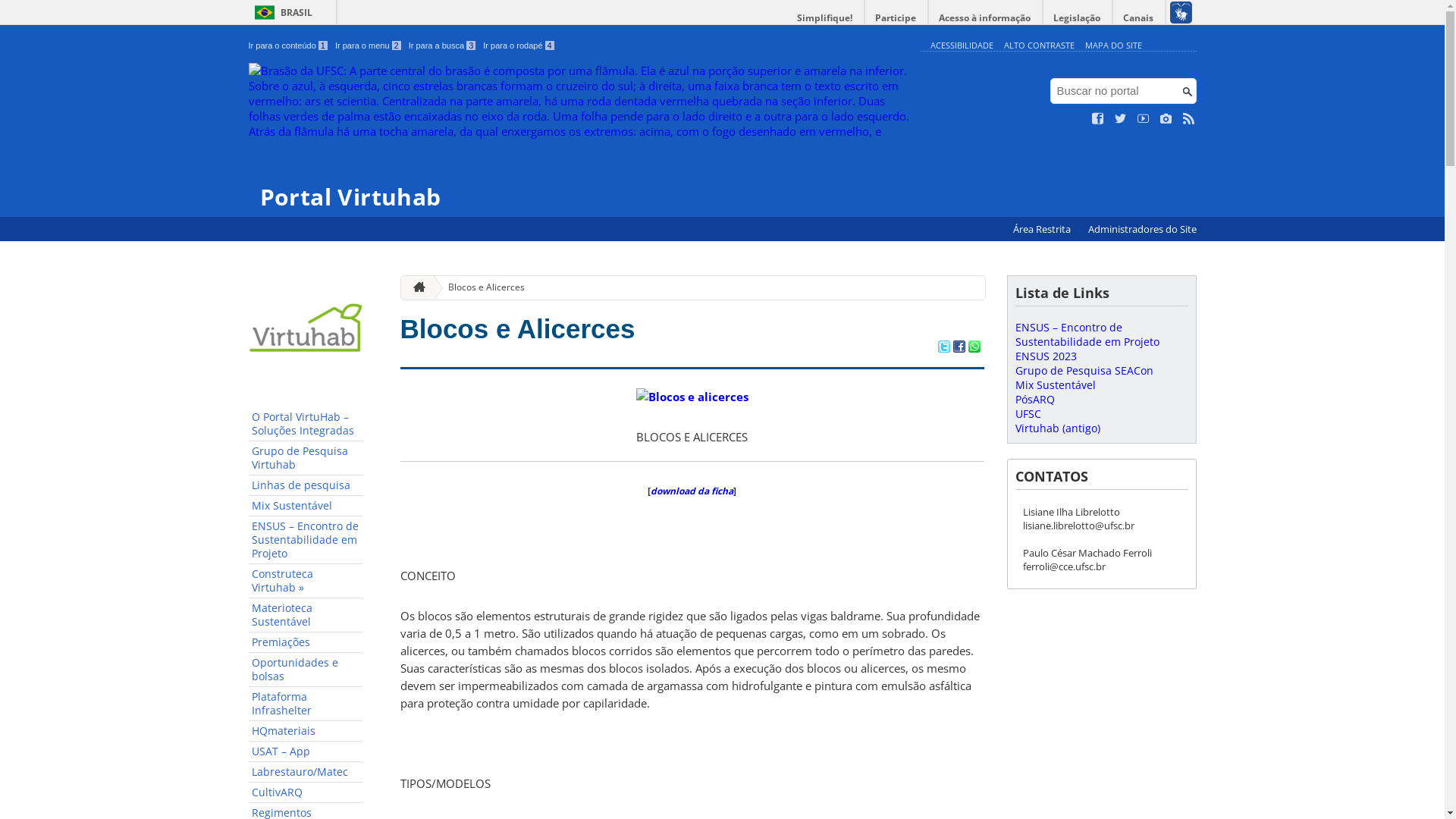 The image size is (1456, 819). I want to click on 'Curta no Facebook', so click(1098, 118).